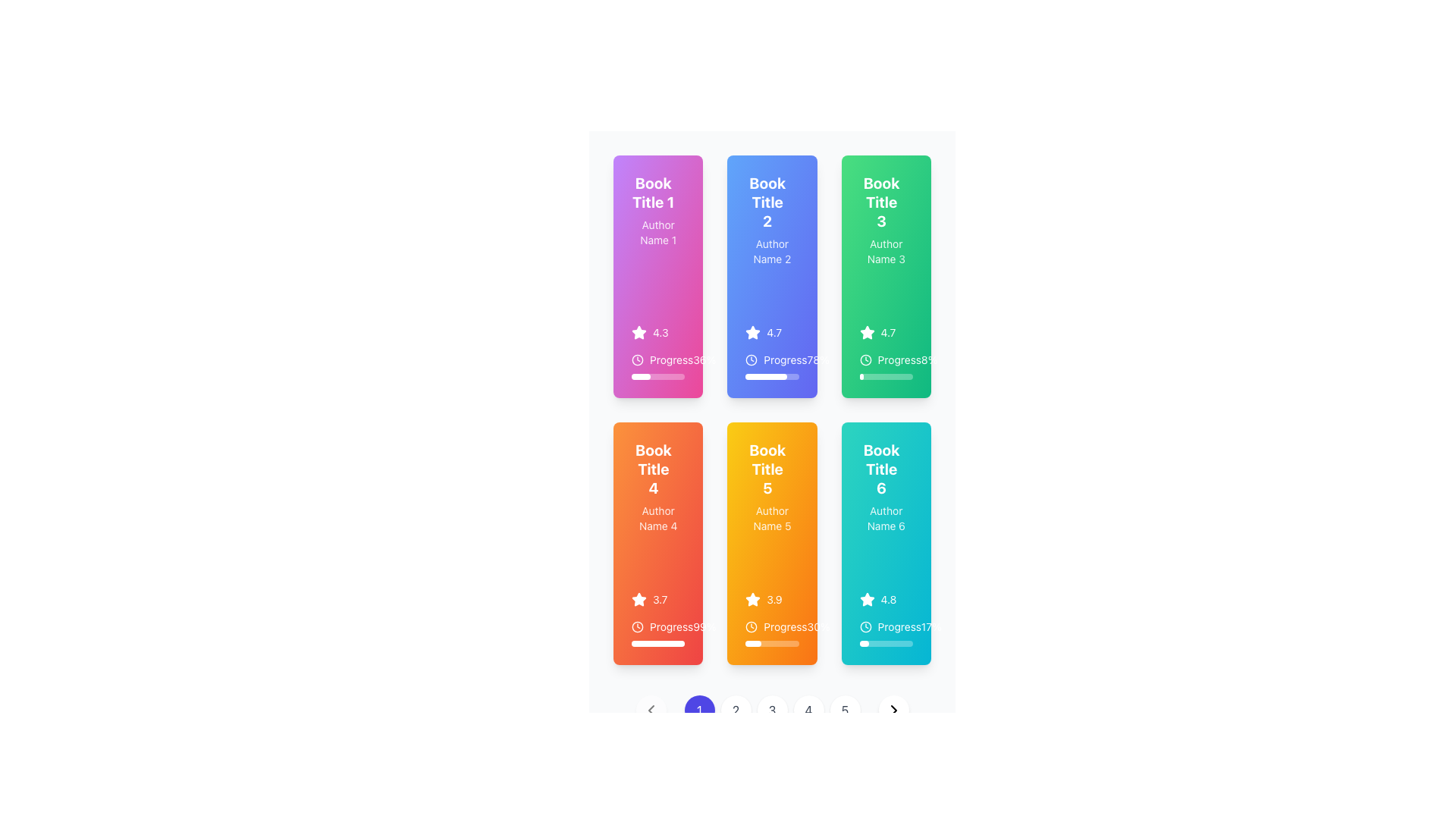 The width and height of the screenshot is (1456, 819). What do you see at coordinates (658, 620) in the screenshot?
I see `the progress and rating values of the composite UI component displaying a rating of '3.7' with a star icon, a clock icon, the text 'Progress99%', and a progress bar indicating 99% progress, located within the red card for 'Book Title 4'` at bounding box center [658, 620].